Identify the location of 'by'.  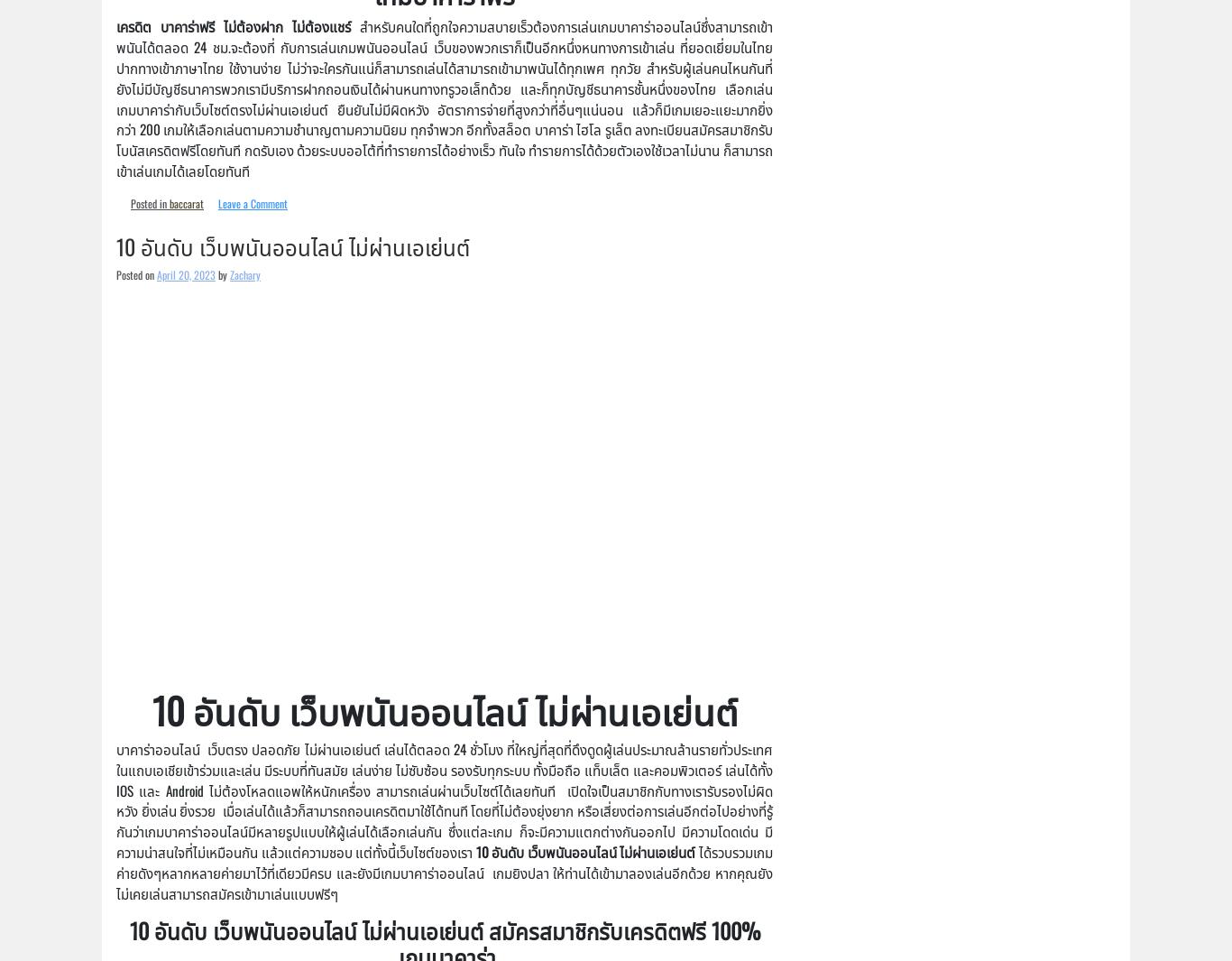
(222, 273).